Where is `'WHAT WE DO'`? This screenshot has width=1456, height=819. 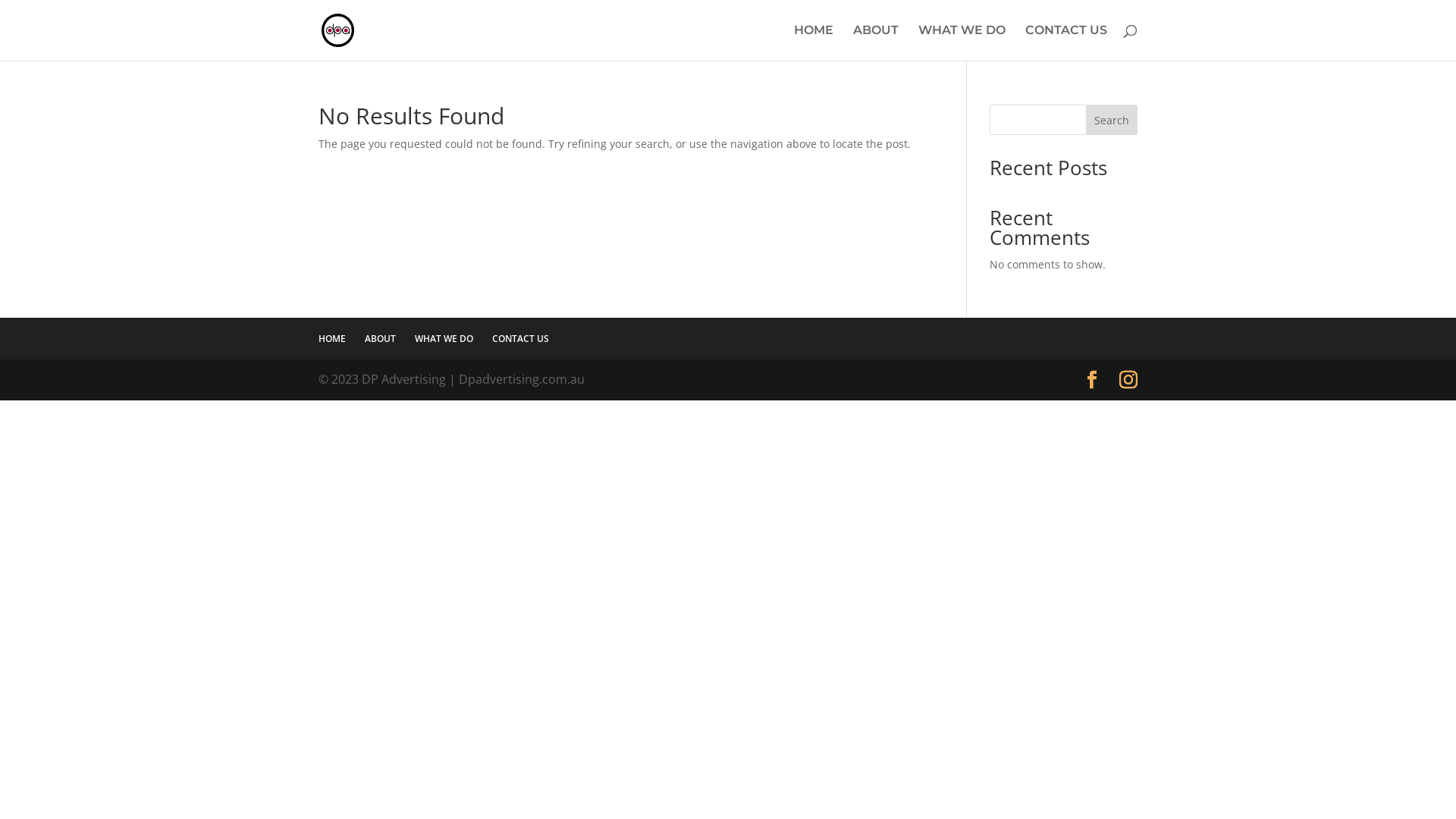 'WHAT WE DO' is located at coordinates (917, 42).